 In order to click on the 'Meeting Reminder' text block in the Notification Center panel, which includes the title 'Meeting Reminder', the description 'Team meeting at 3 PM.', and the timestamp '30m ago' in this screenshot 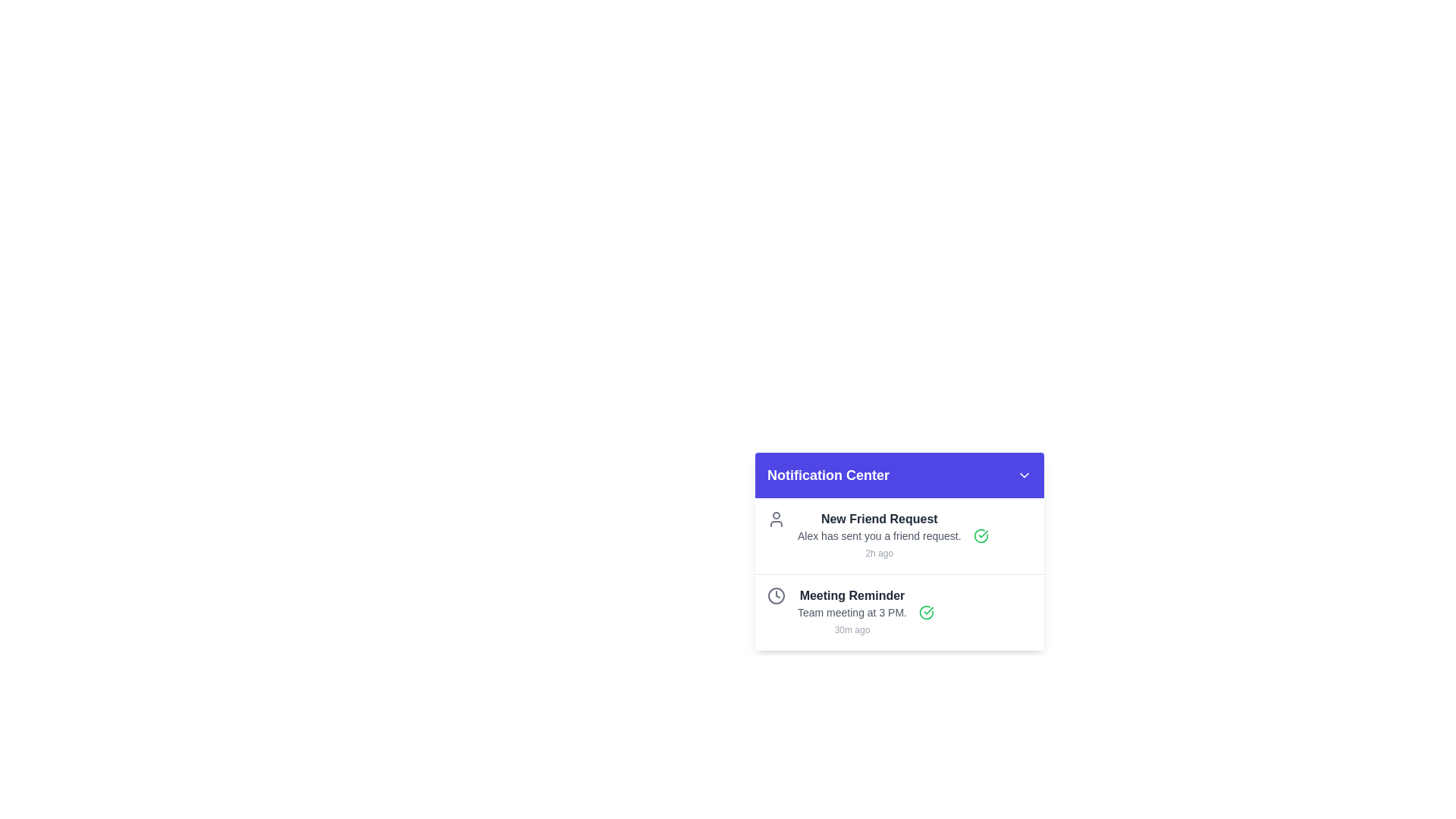, I will do `click(852, 611)`.